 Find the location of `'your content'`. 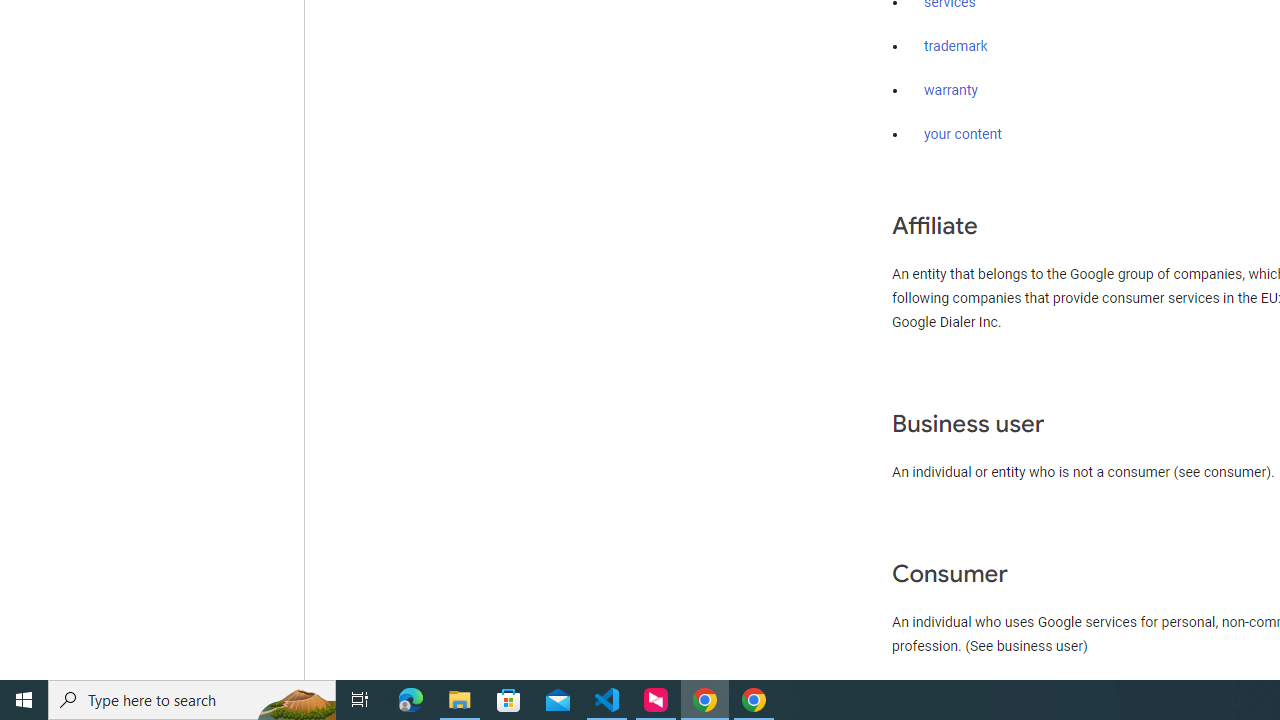

'your content' is located at coordinates (963, 135).